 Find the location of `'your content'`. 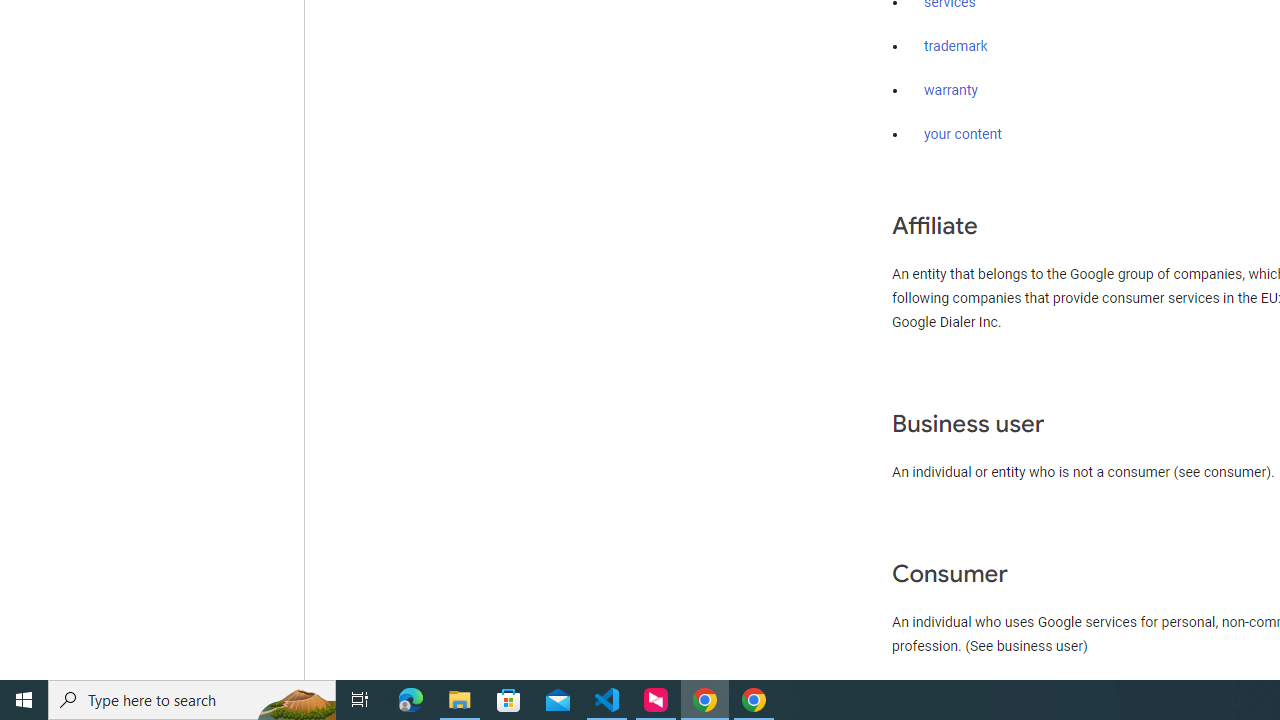

'your content' is located at coordinates (963, 135).